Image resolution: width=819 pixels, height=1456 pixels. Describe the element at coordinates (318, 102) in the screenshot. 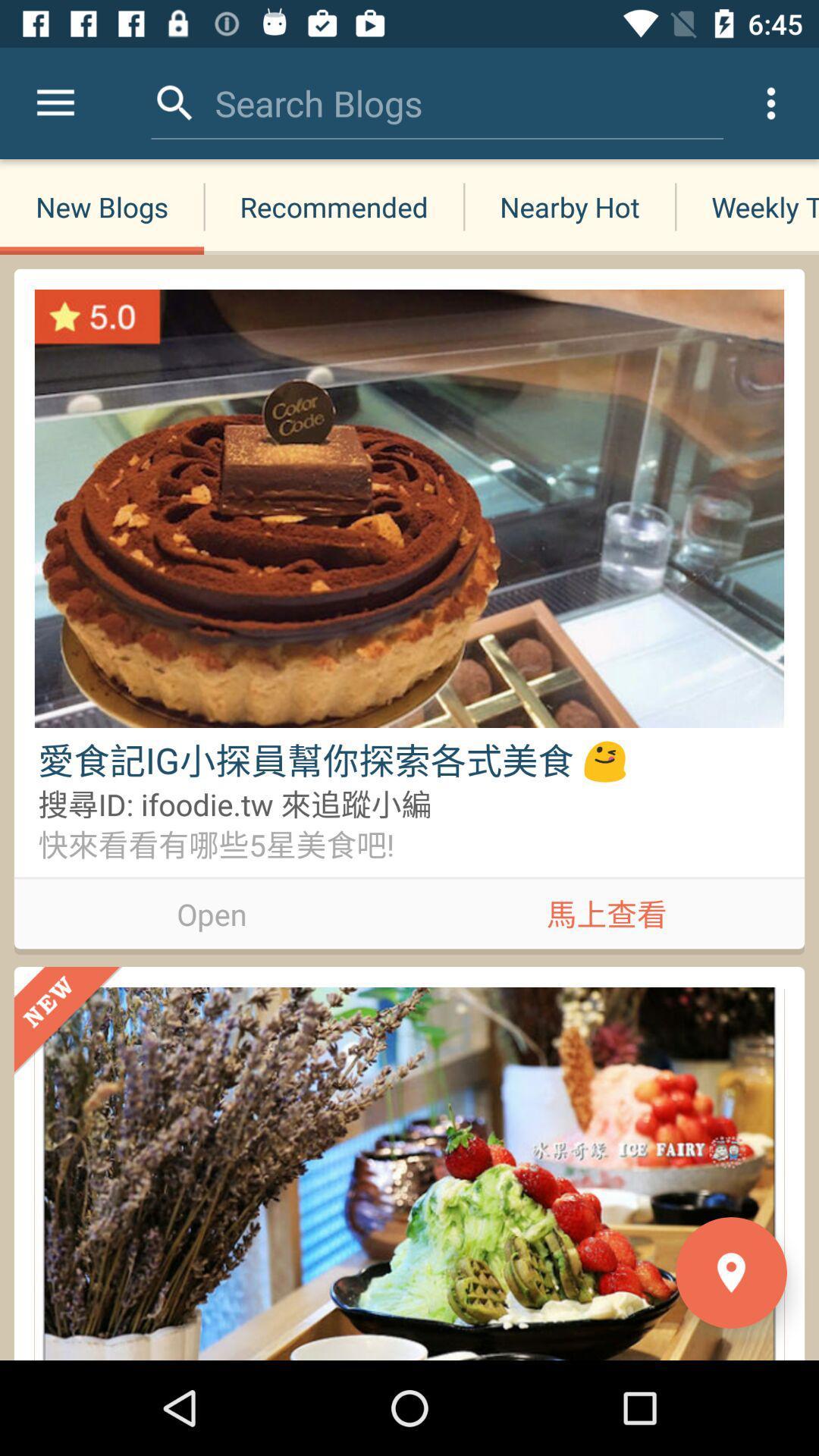

I see `the search blogs item` at that location.